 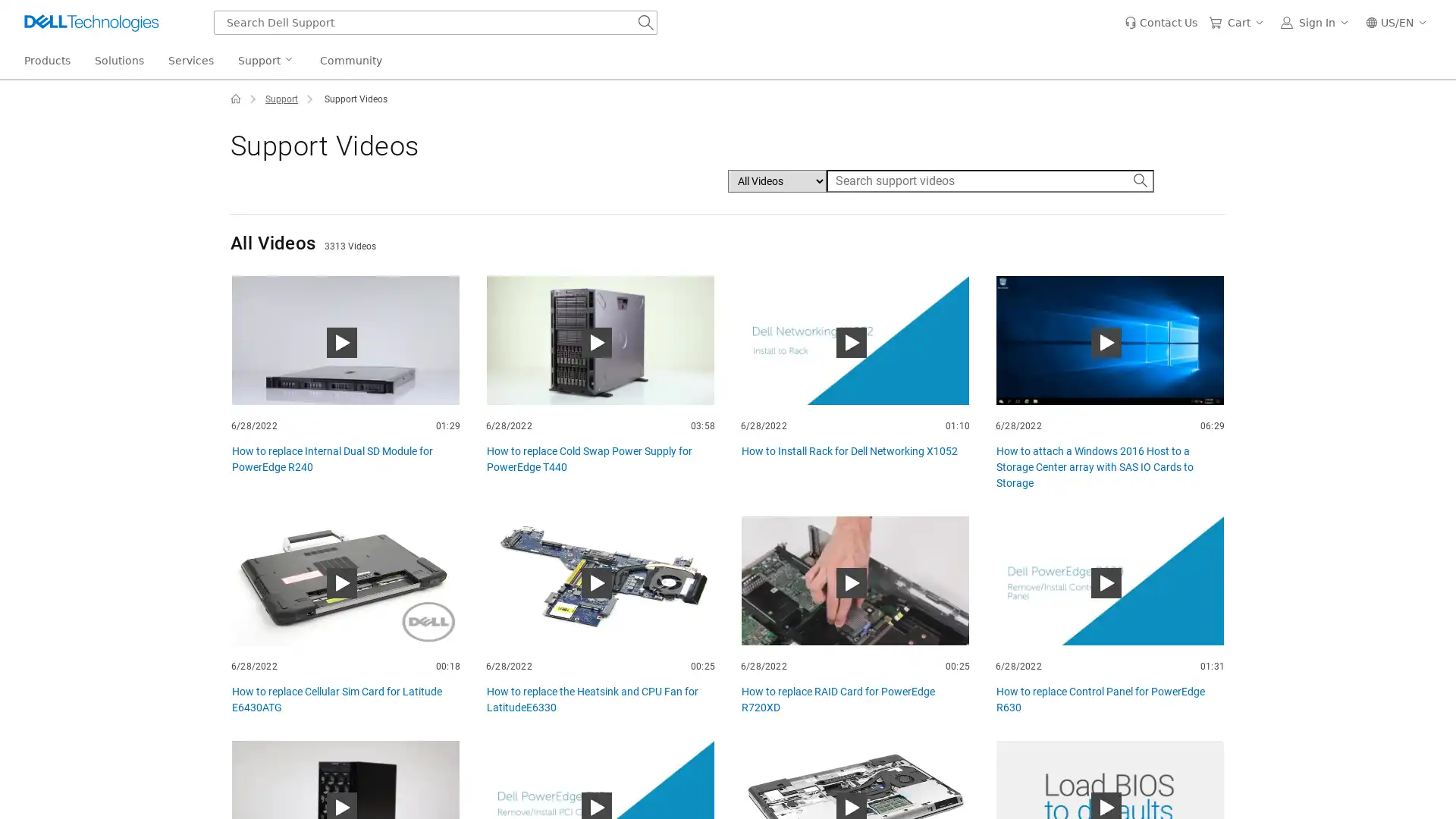 I want to click on How to replace Internal Dual SD Module for PowerEdge R240, so click(x=345, y=458).